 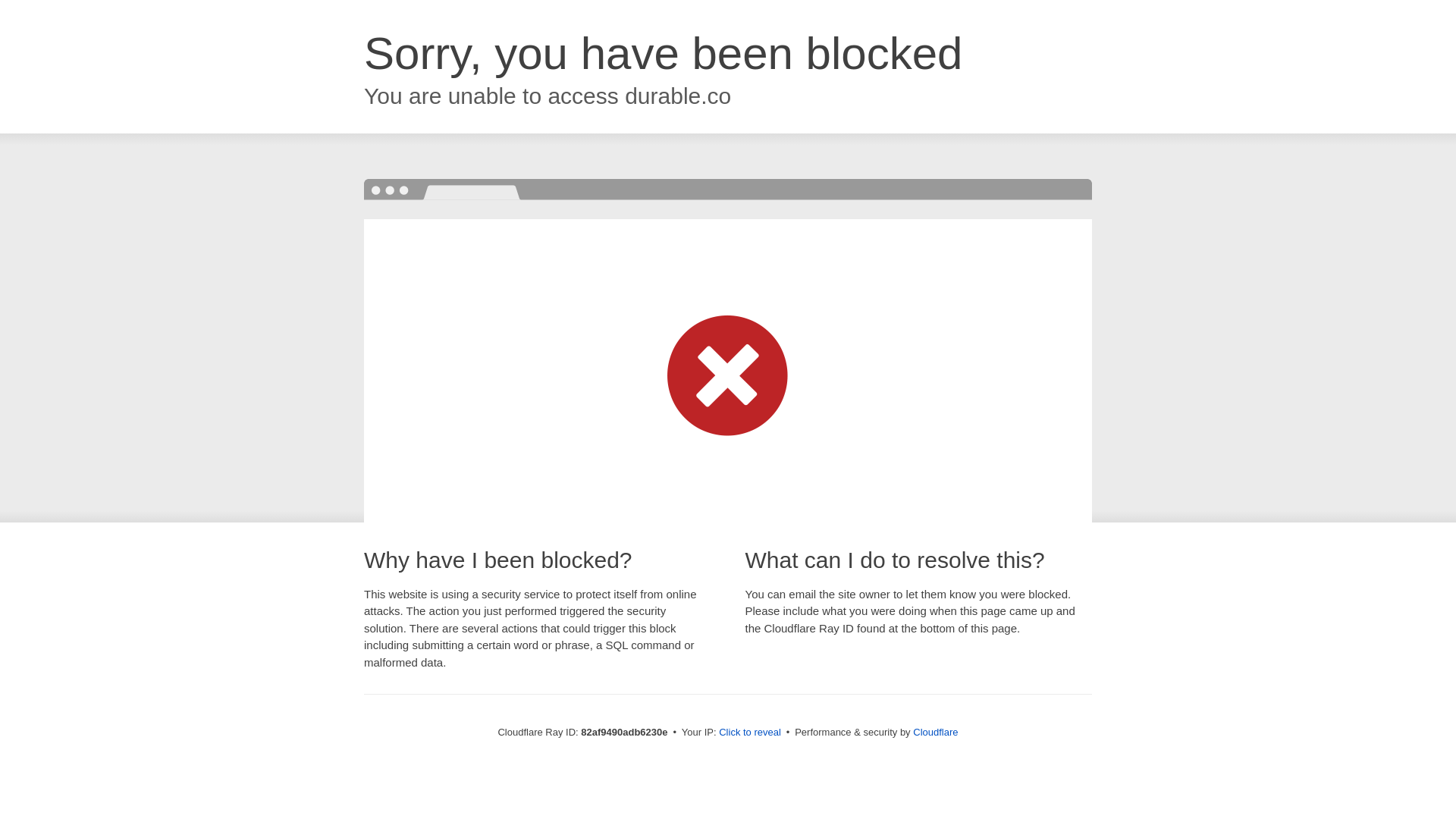 What do you see at coordinates (934, 731) in the screenshot?
I see `'Cloudflare'` at bounding box center [934, 731].